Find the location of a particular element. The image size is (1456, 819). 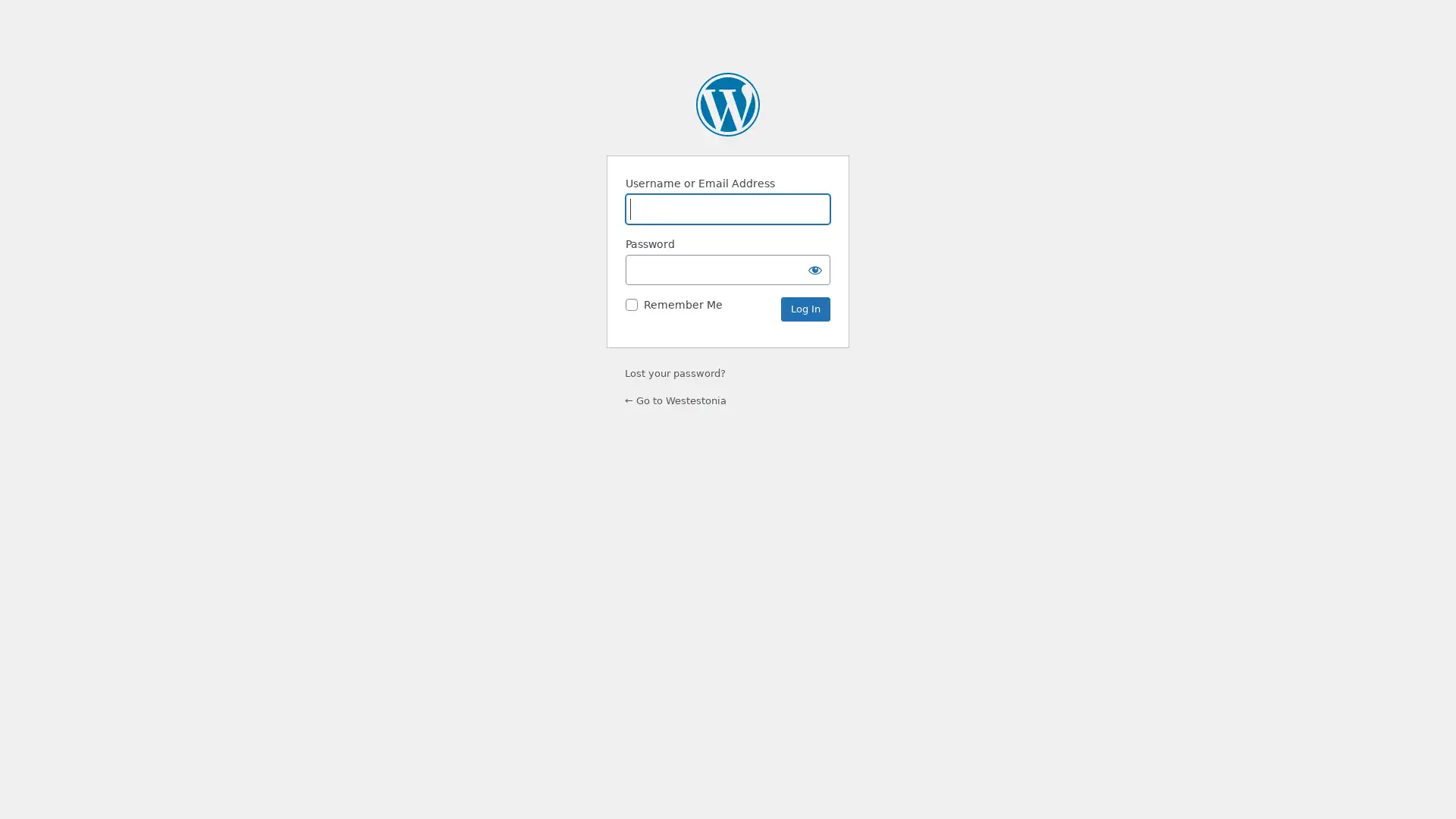

Show password is located at coordinates (814, 268).